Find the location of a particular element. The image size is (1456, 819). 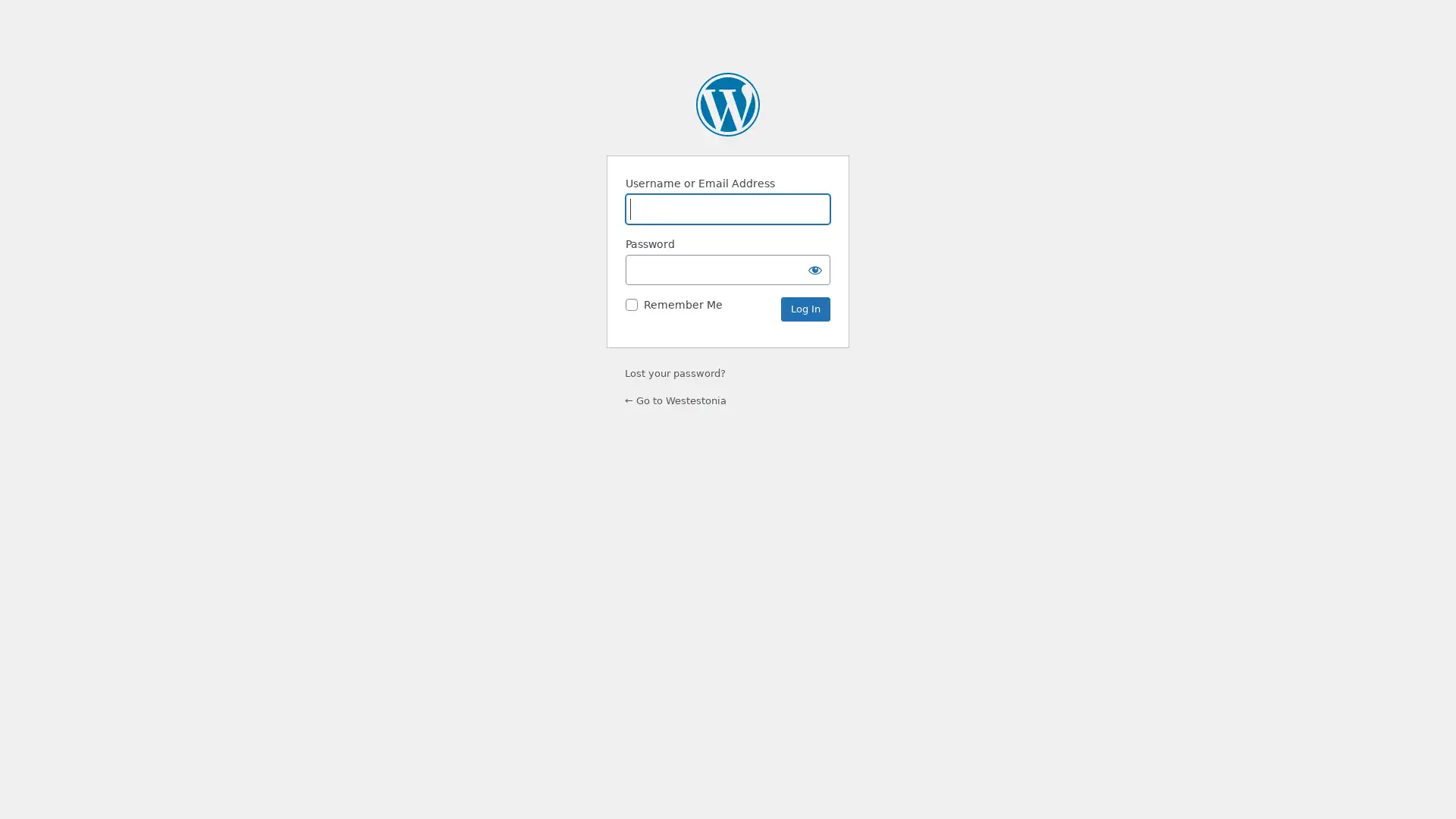

Show password is located at coordinates (814, 268).